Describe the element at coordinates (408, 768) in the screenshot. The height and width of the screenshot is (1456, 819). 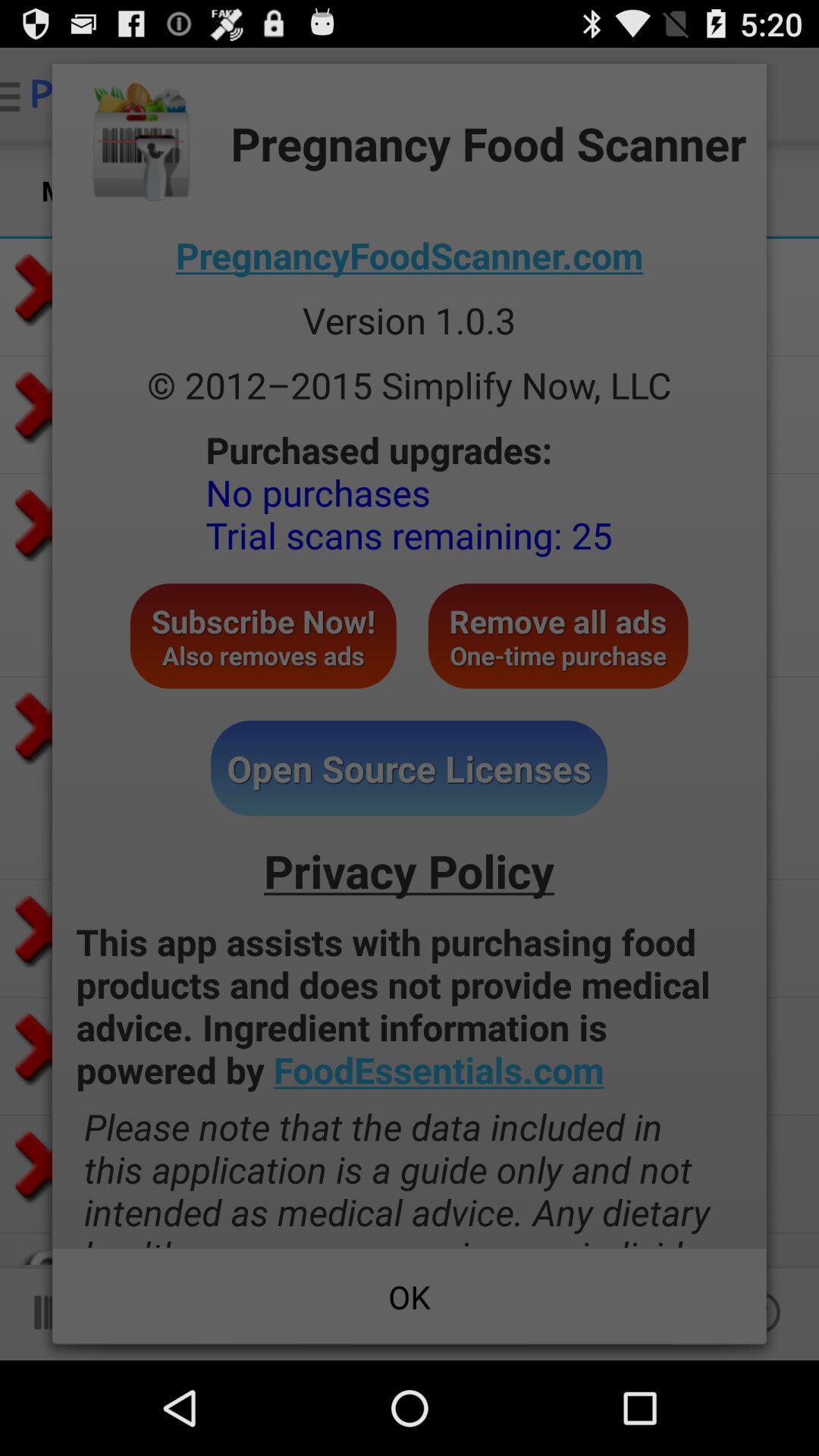
I see `button below the subscribe now also item` at that location.